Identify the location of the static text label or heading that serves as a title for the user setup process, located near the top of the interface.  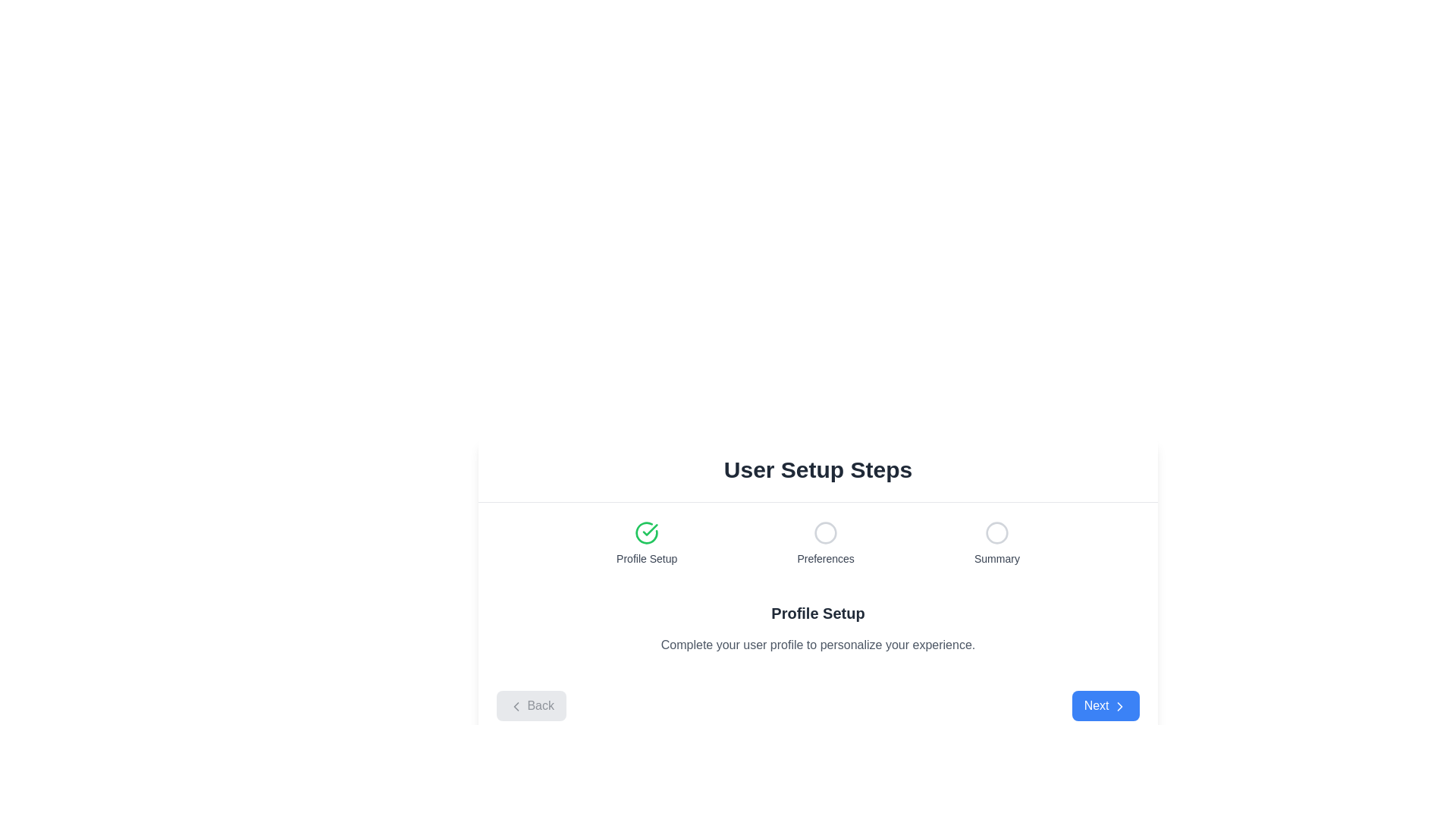
(817, 469).